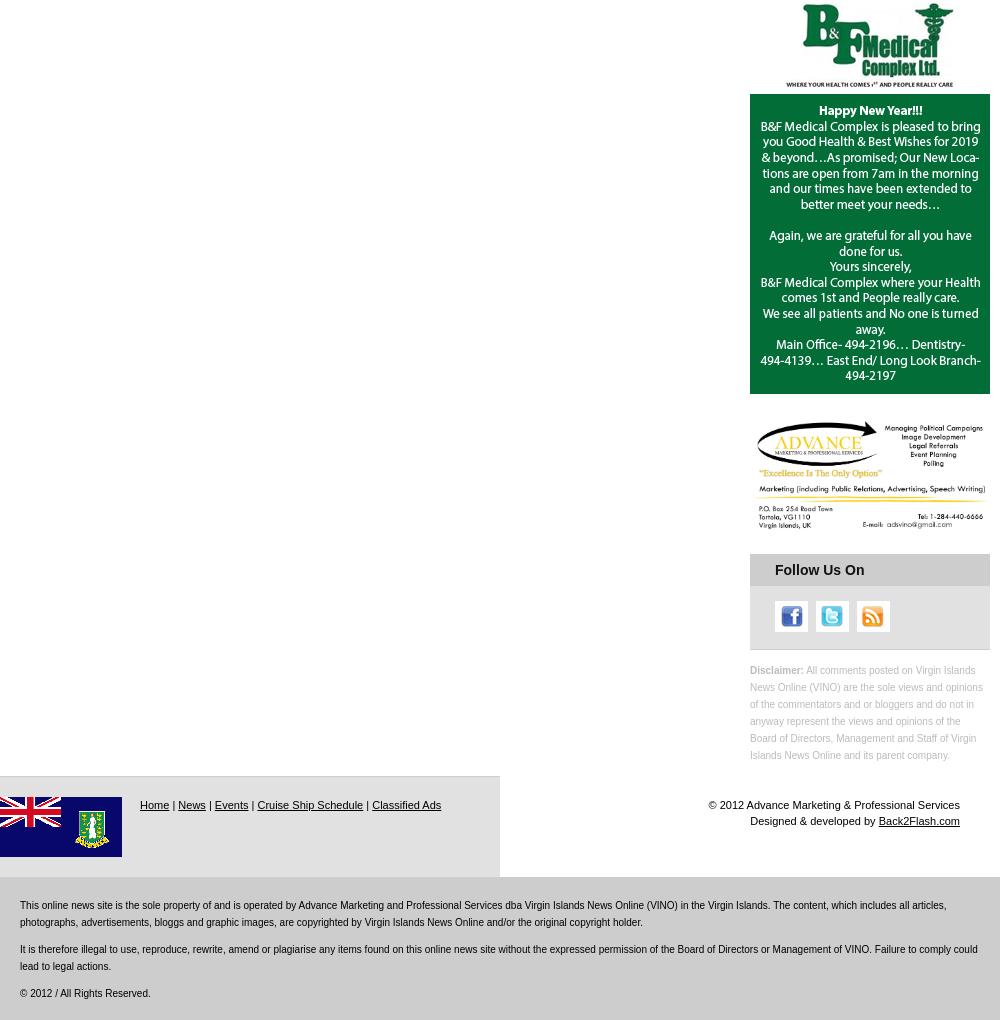 The width and height of the screenshot is (1000, 1020). I want to click on 'Back2Flash.com', so click(919, 819).